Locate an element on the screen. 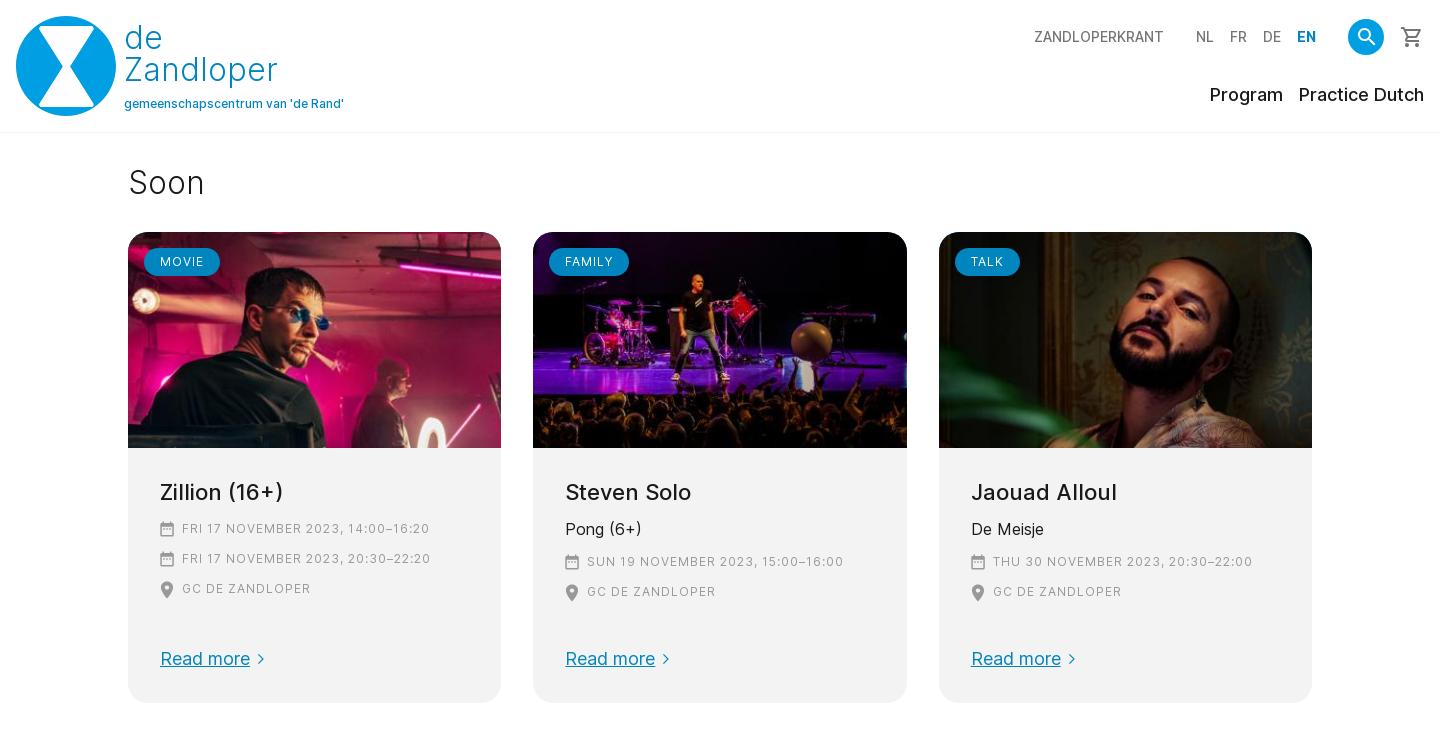  'fr' is located at coordinates (1237, 35).